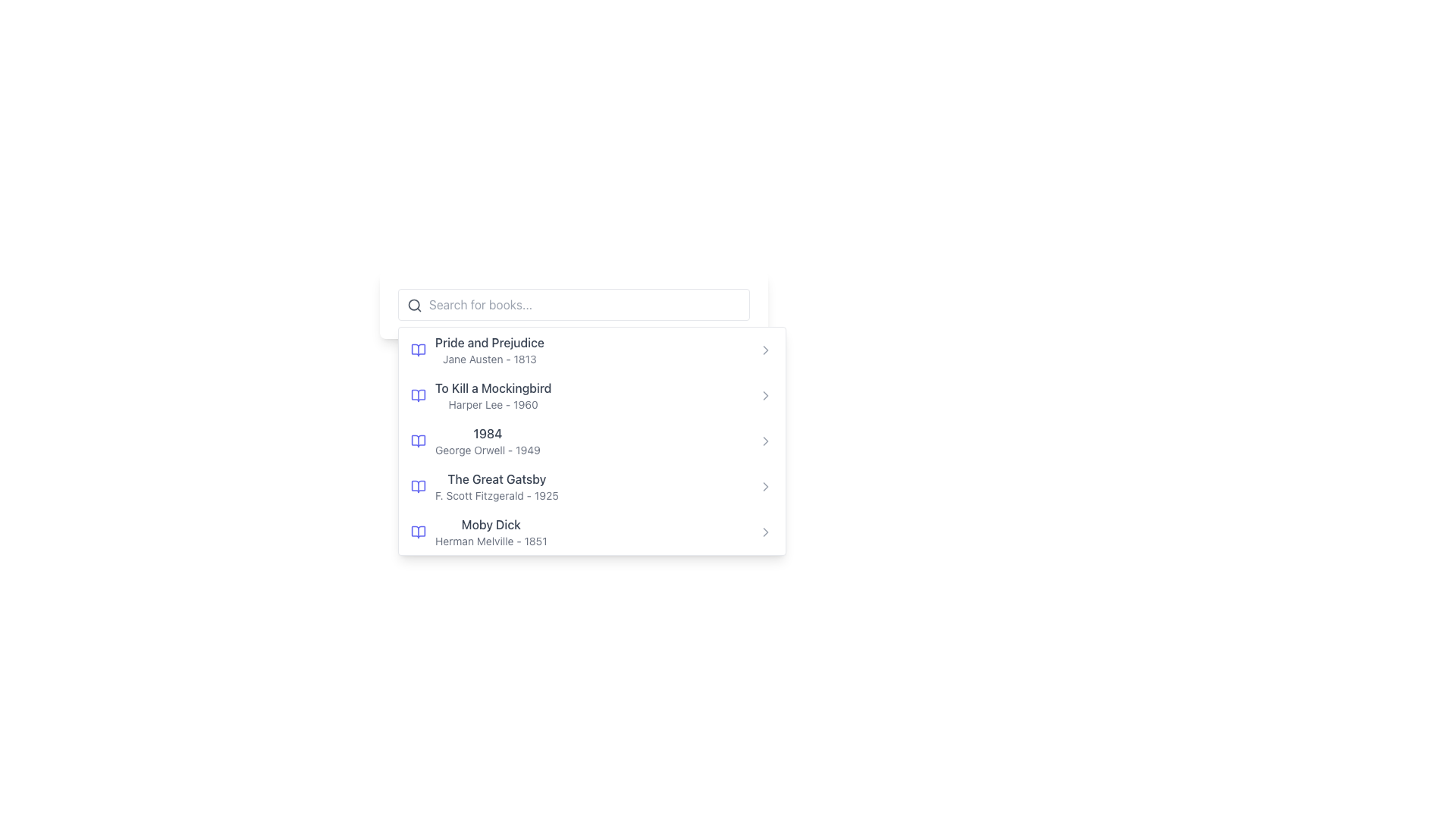 Image resolution: width=1456 pixels, height=819 pixels. Describe the element at coordinates (497, 479) in the screenshot. I see `the static text label displaying the title 'The Great Gatsby', which is styled in gray and bold, prominently positioned in a list of book titles` at that location.